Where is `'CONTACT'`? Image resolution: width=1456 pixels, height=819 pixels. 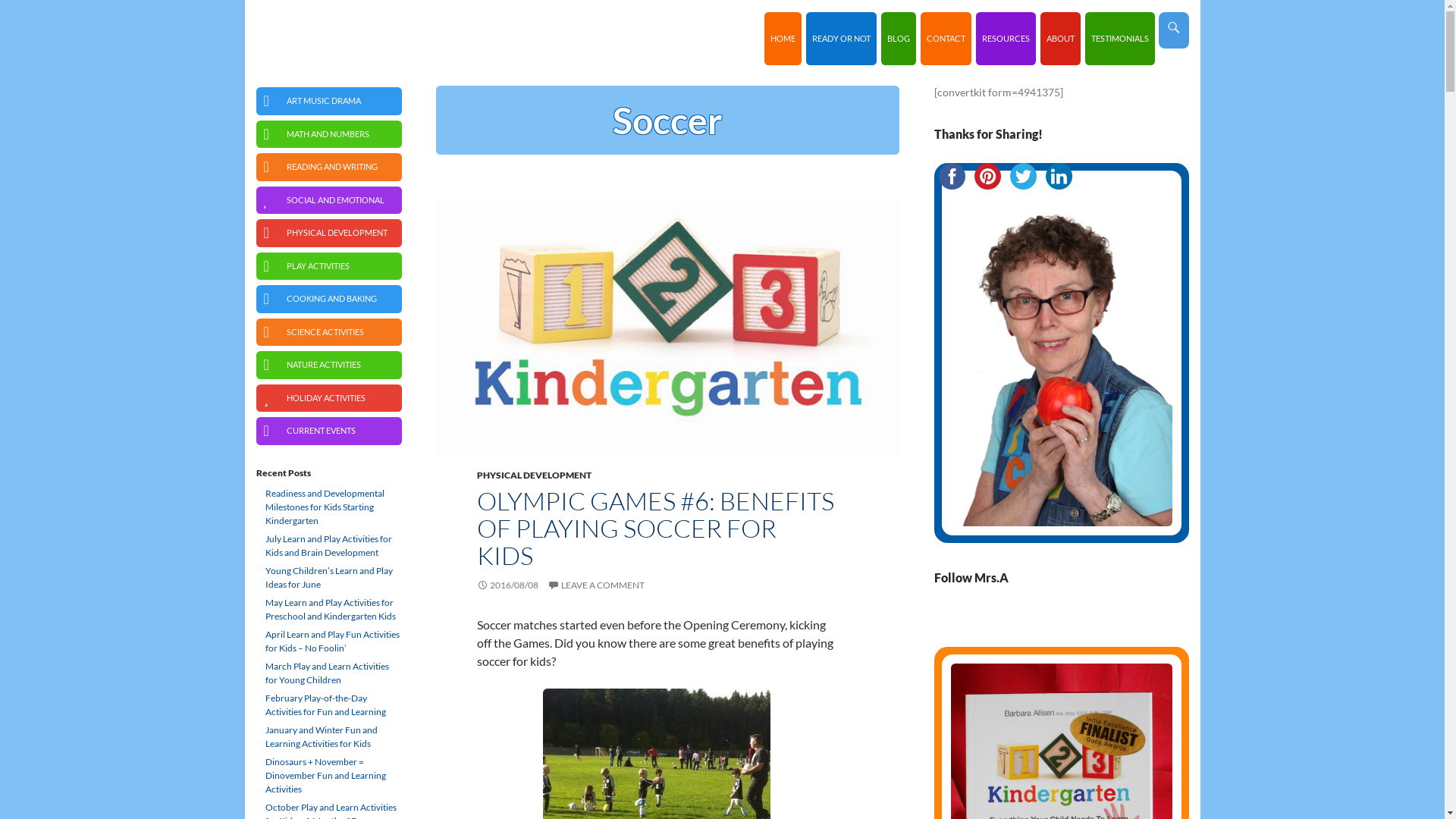
'CONTACT' is located at coordinates (945, 37).